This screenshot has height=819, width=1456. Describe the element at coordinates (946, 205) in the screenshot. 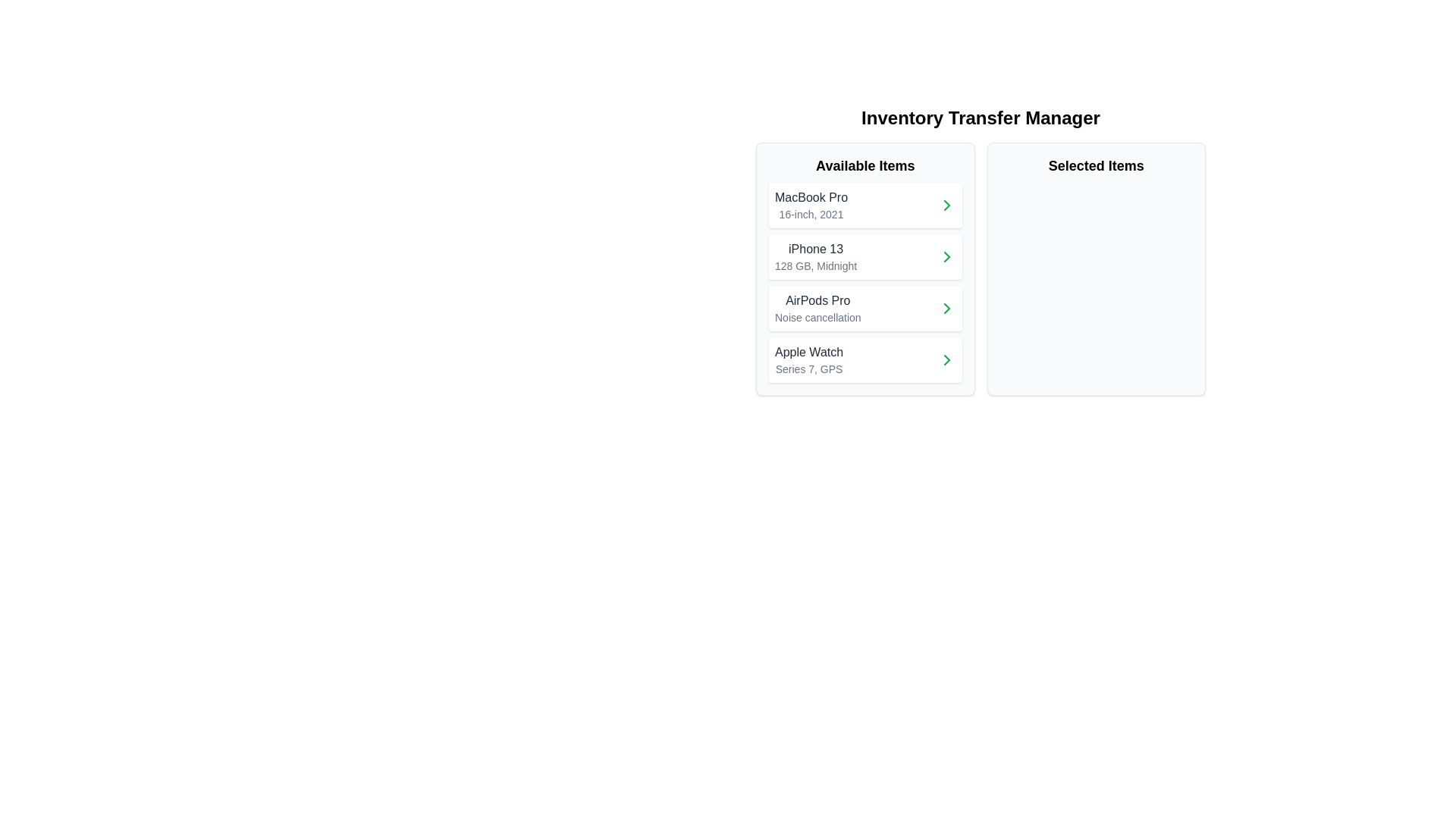

I see `the green right-pointing chevron icon located at the far-right of the 'MacBook Pro' list entry in the 'Available Items' section for visual feedback` at that location.